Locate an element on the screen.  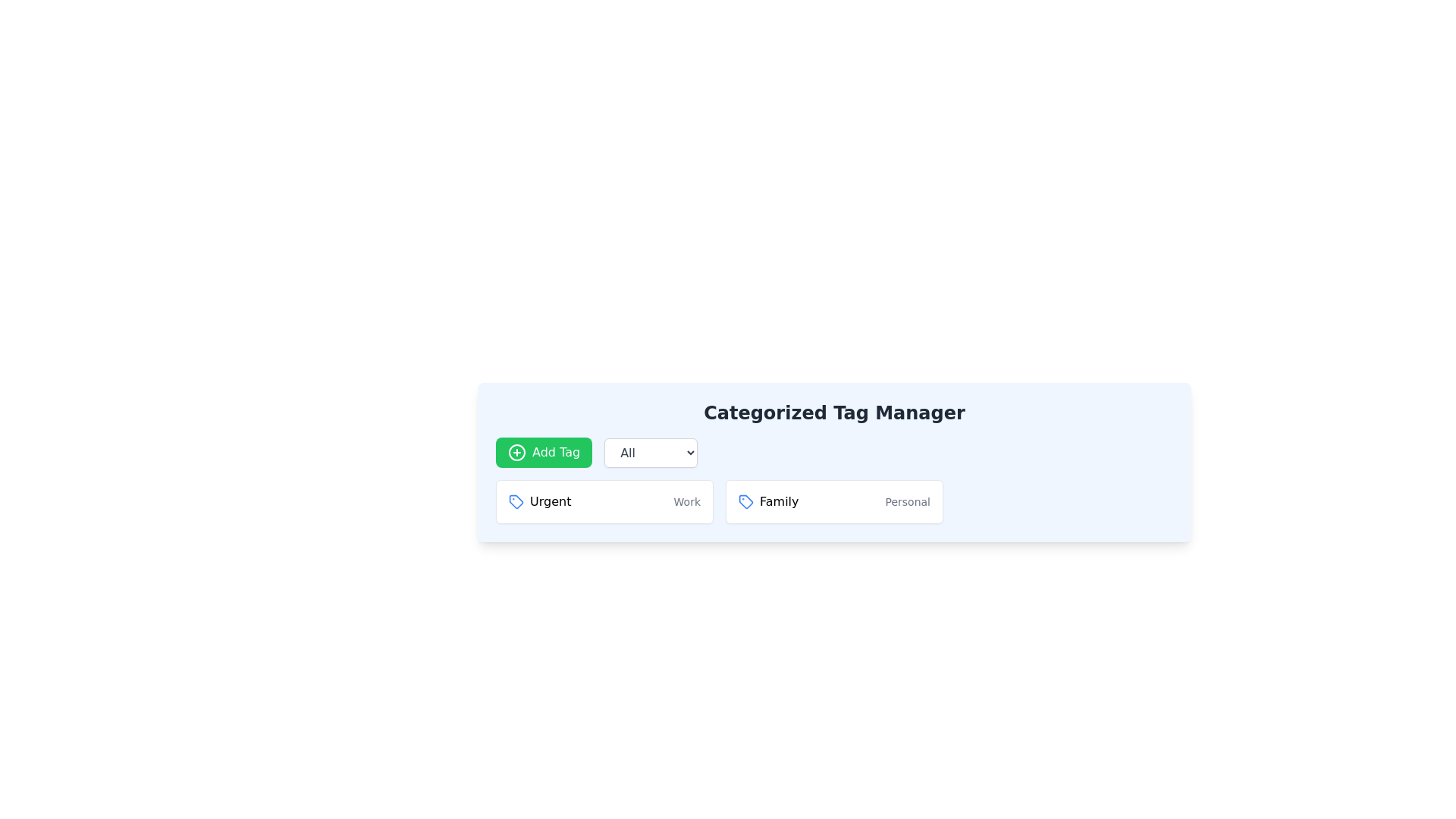
the dropdown menu styled with a white background, gray border, and rounded corners that displays 'All' with a caret, located next to the 'Add Tag' button is located at coordinates (651, 452).